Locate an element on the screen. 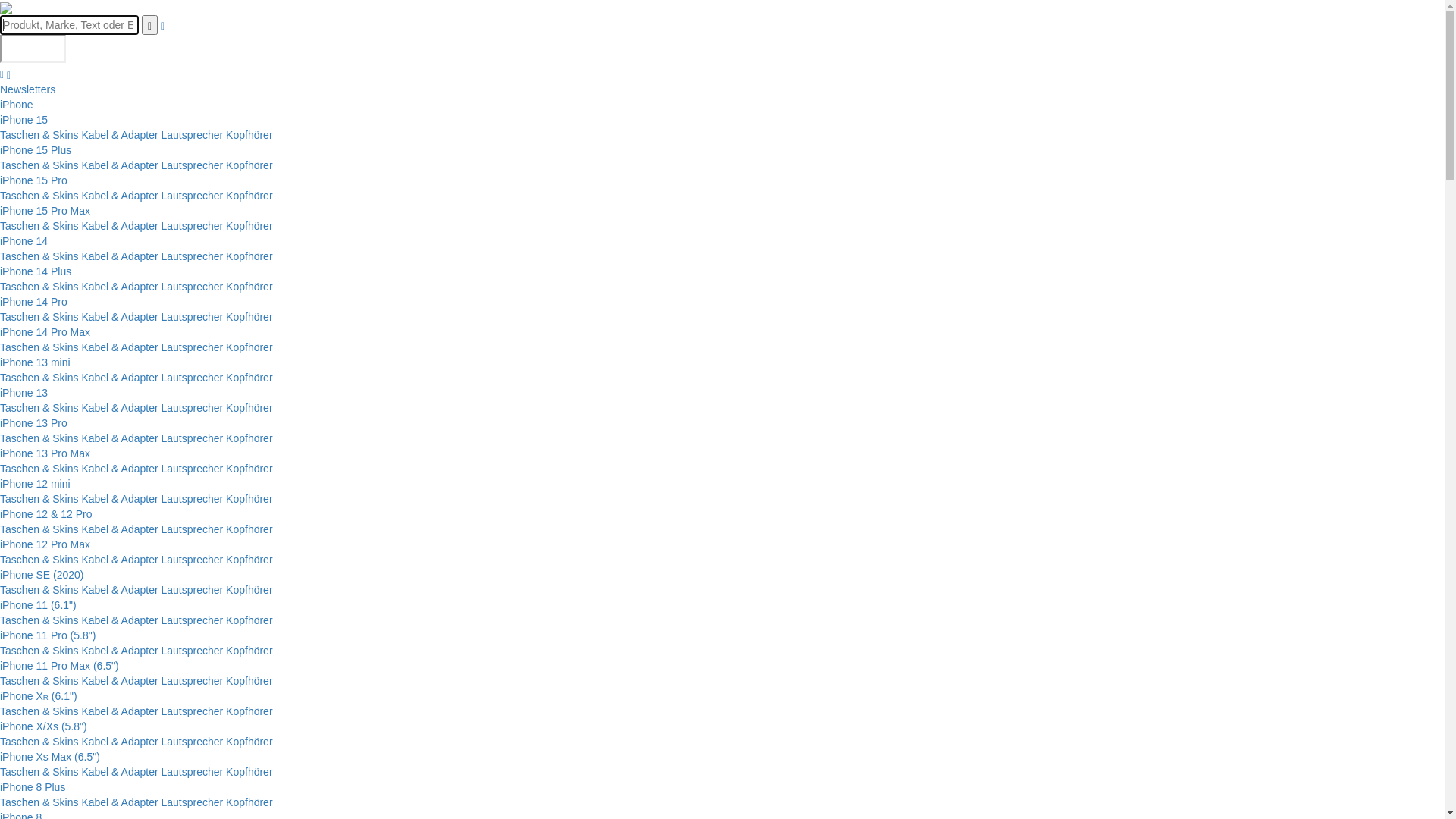  'iPhone 11 (6.1")' is located at coordinates (38, 604).